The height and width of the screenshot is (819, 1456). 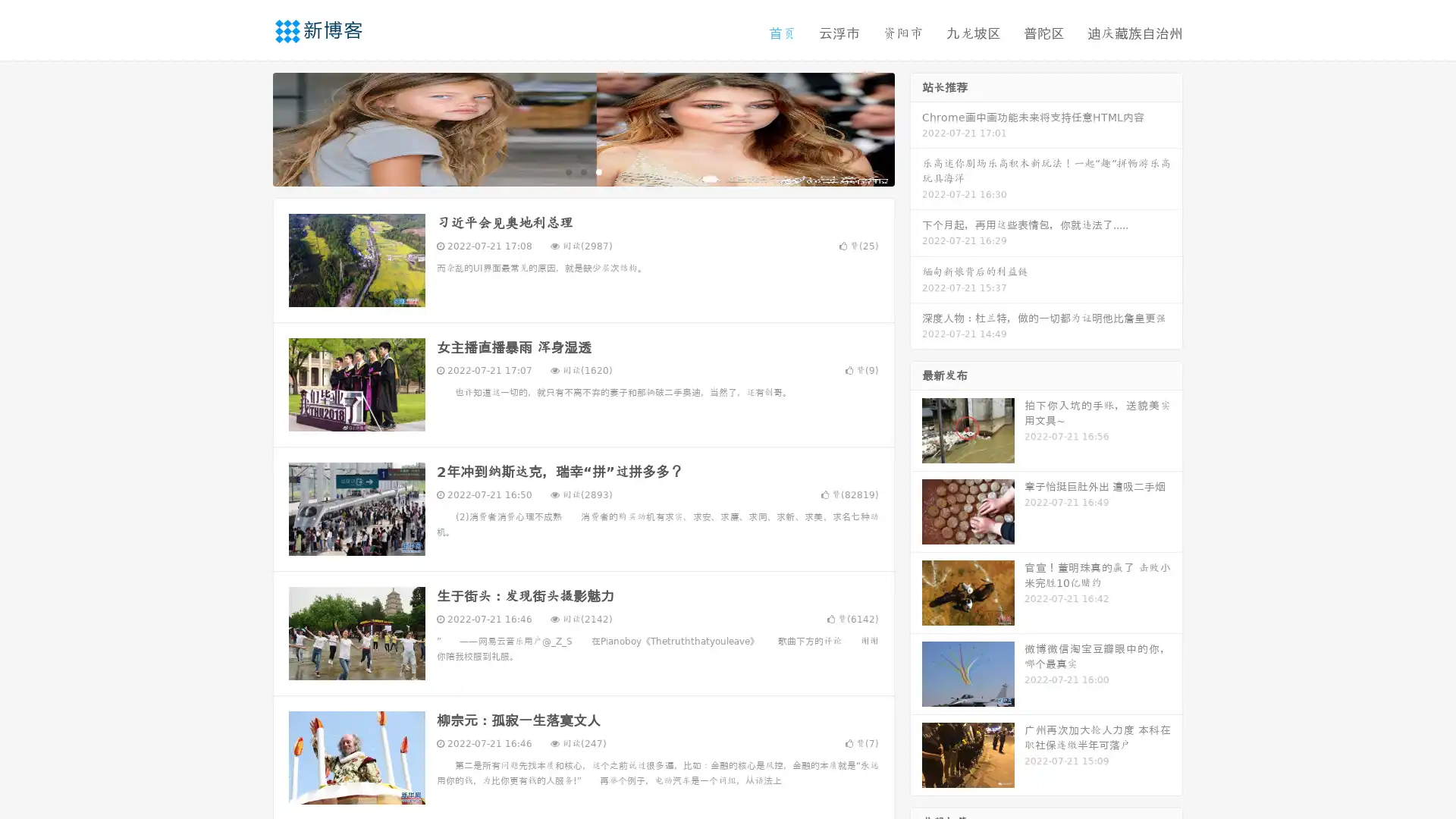 What do you see at coordinates (598, 171) in the screenshot?
I see `Go to slide 3` at bounding box center [598, 171].